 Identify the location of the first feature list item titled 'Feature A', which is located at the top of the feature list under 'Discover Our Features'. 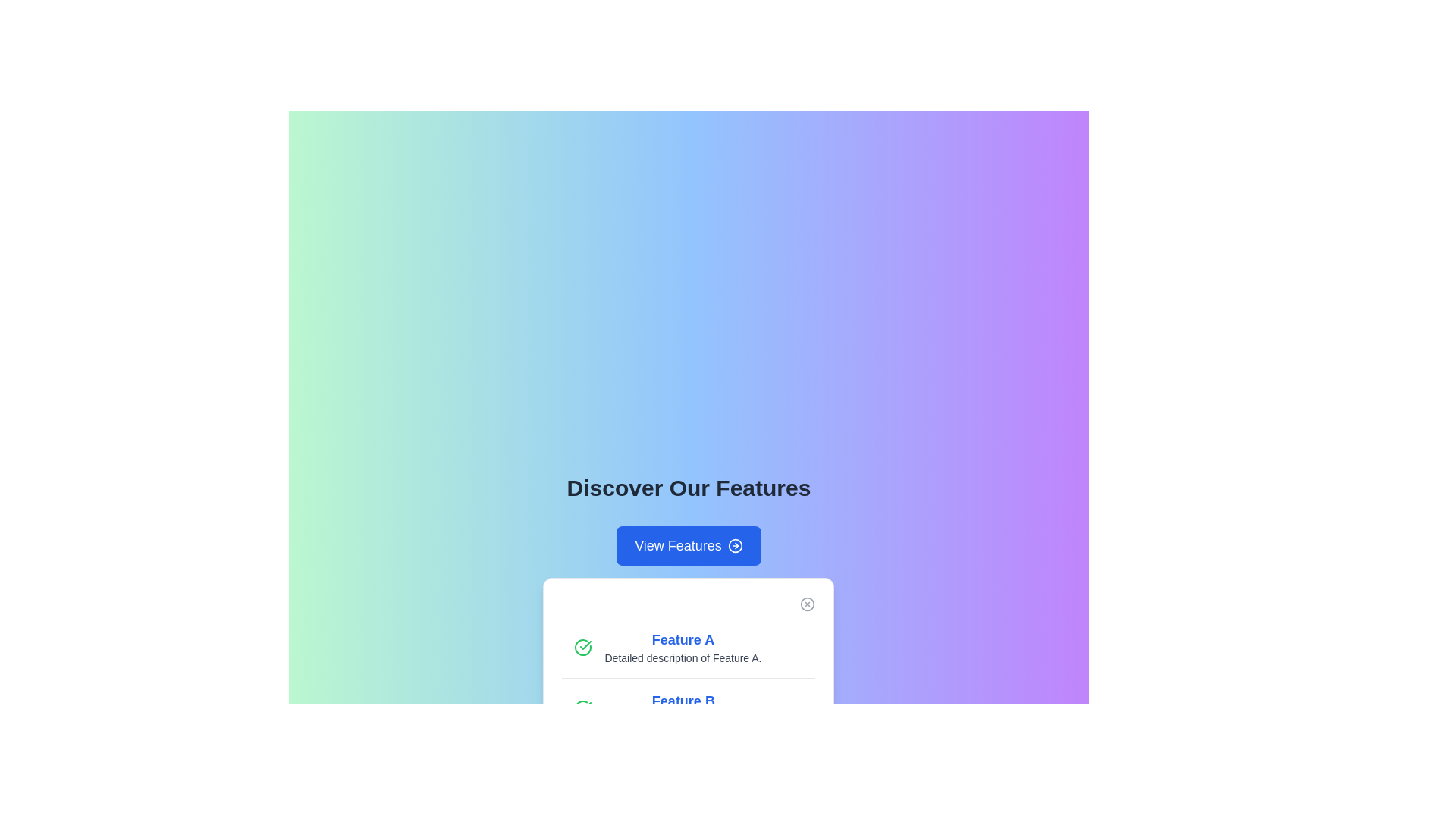
(688, 648).